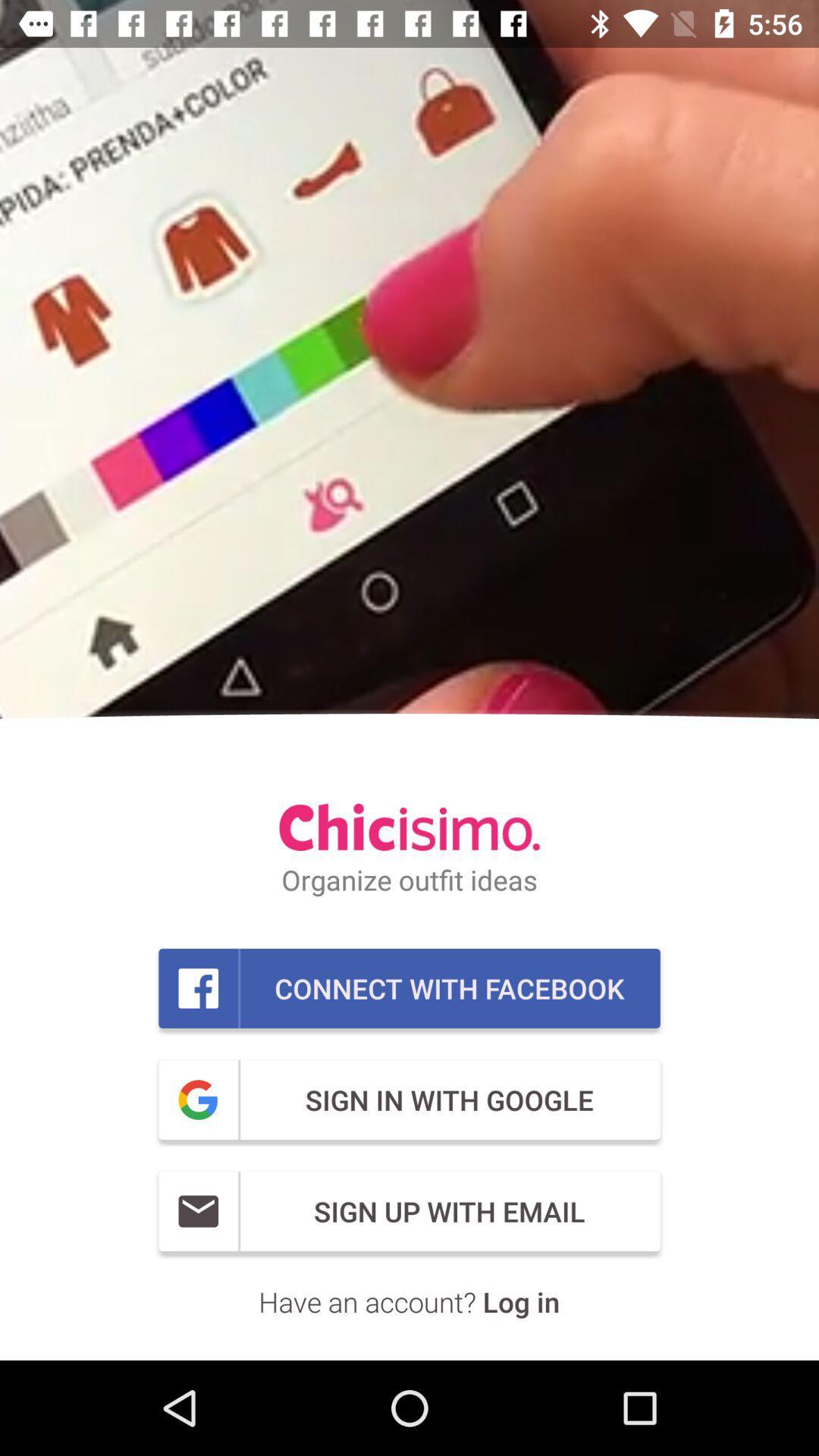 The image size is (819, 1456). Describe the element at coordinates (408, 1301) in the screenshot. I see `have an account` at that location.